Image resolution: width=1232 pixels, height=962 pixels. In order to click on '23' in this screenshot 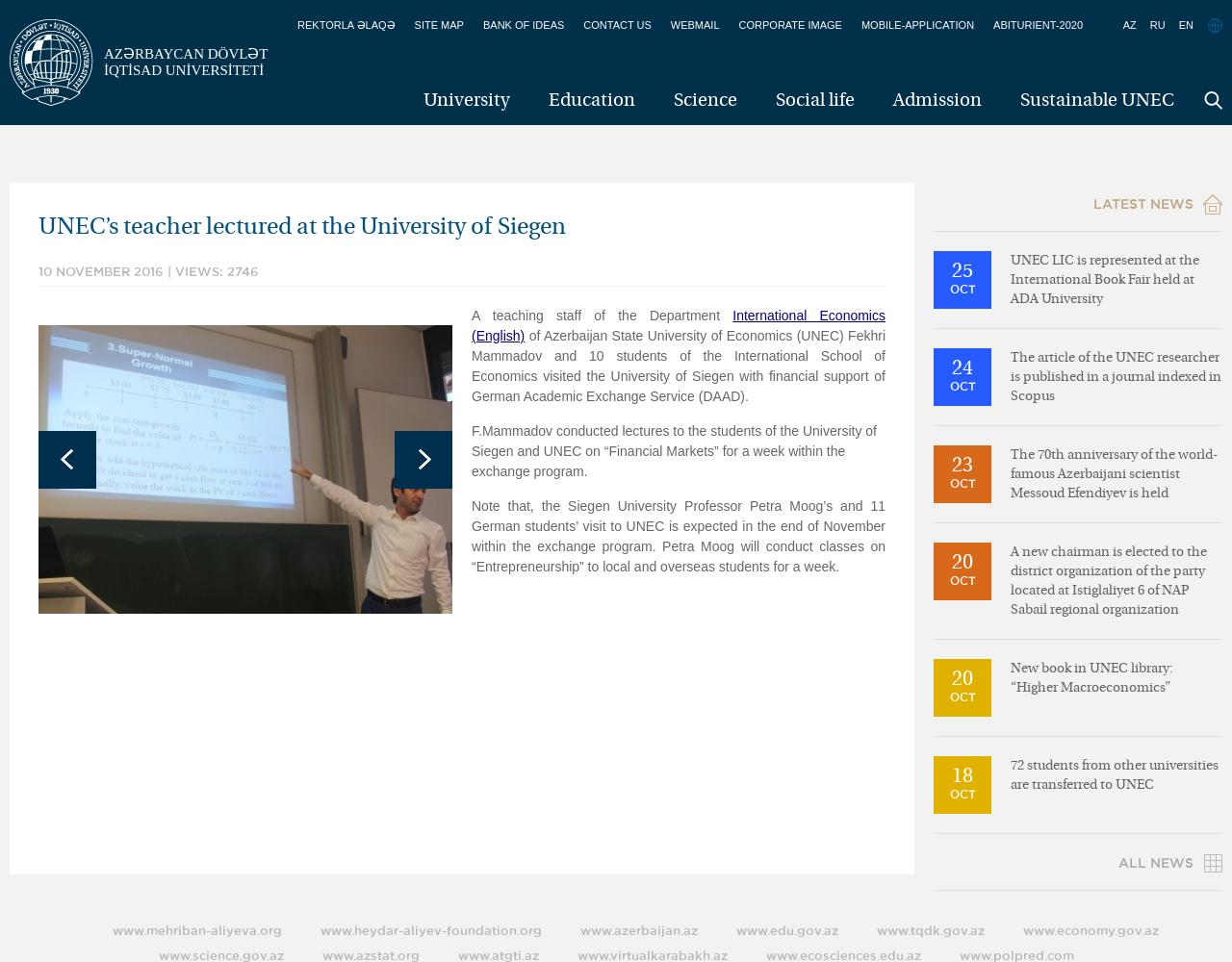, I will do `click(962, 464)`.